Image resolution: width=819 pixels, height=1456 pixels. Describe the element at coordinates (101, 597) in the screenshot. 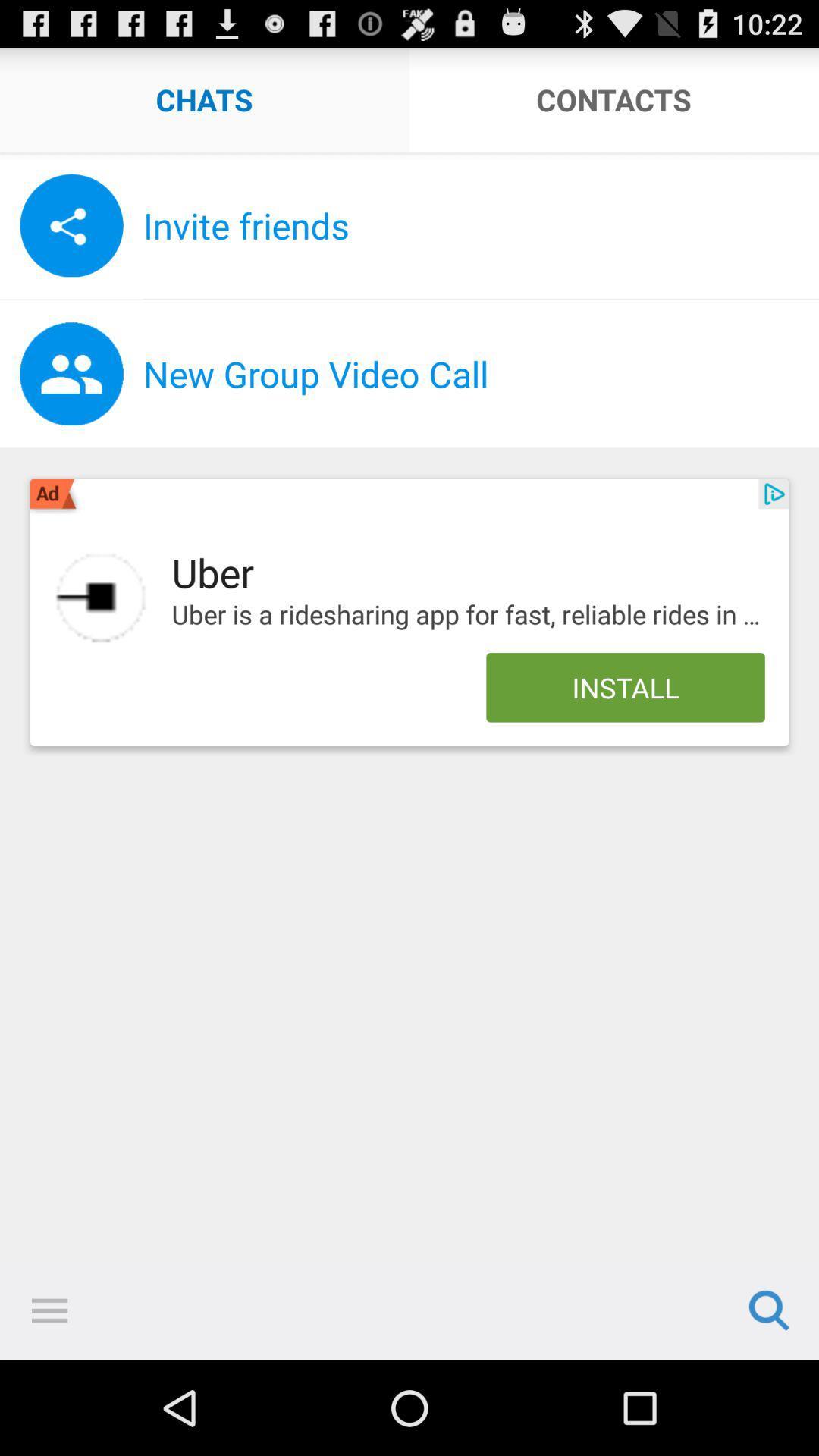

I see `show advertisement from uber` at that location.